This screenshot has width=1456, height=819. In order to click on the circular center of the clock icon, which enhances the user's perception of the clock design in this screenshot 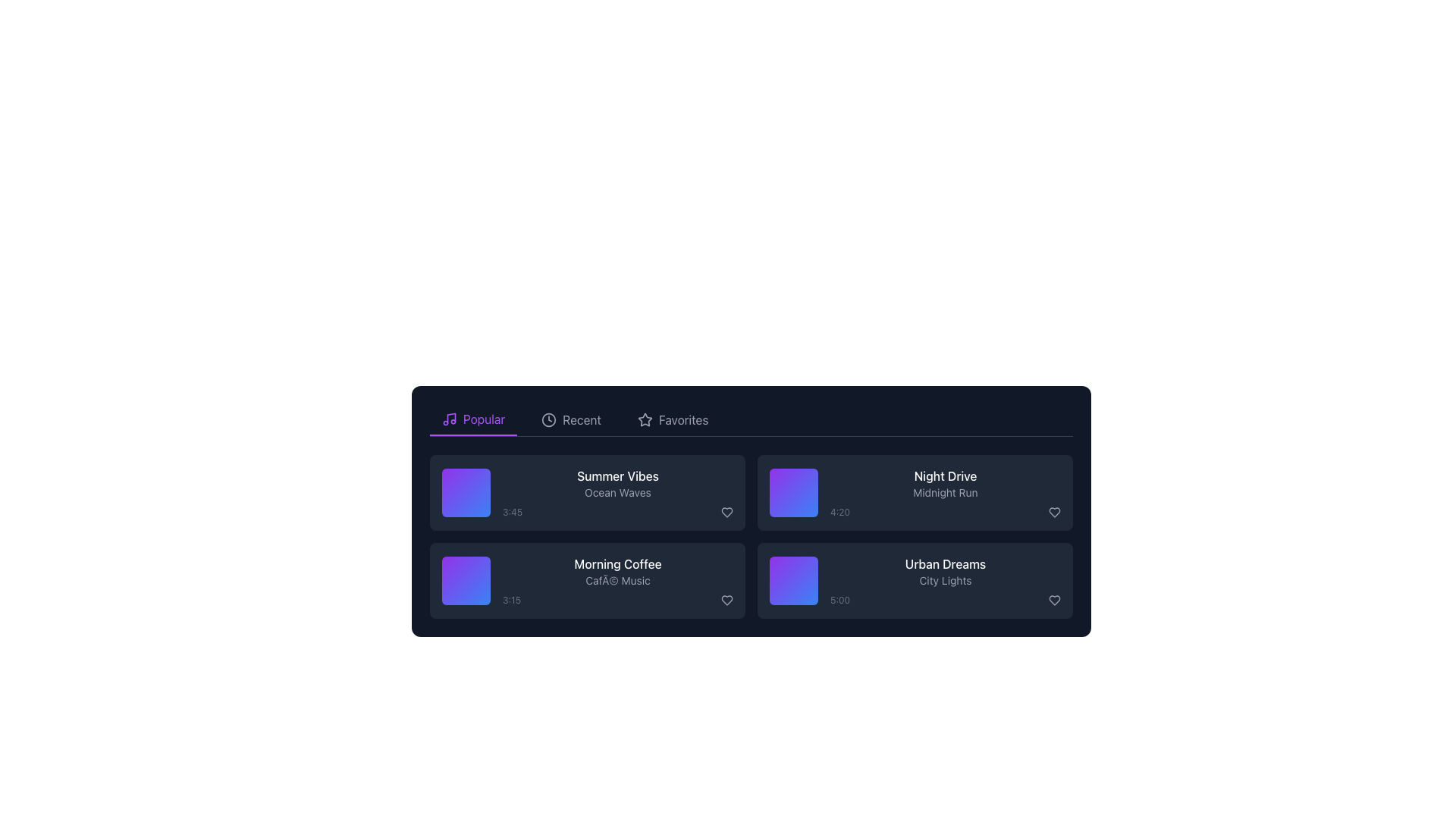, I will do `click(548, 420)`.